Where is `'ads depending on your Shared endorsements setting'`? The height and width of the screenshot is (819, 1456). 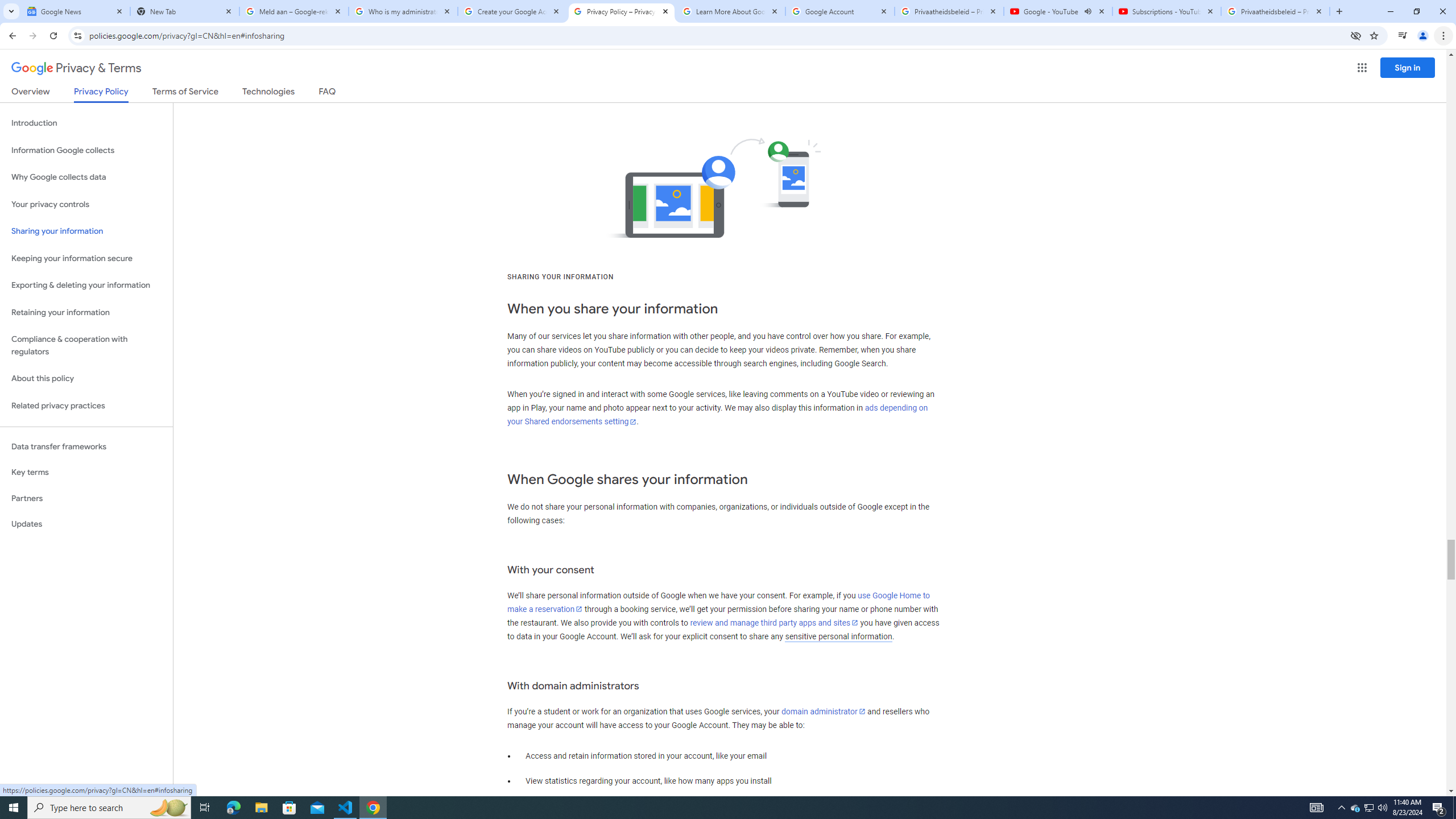 'ads depending on your Shared endorsements setting' is located at coordinates (717, 415).